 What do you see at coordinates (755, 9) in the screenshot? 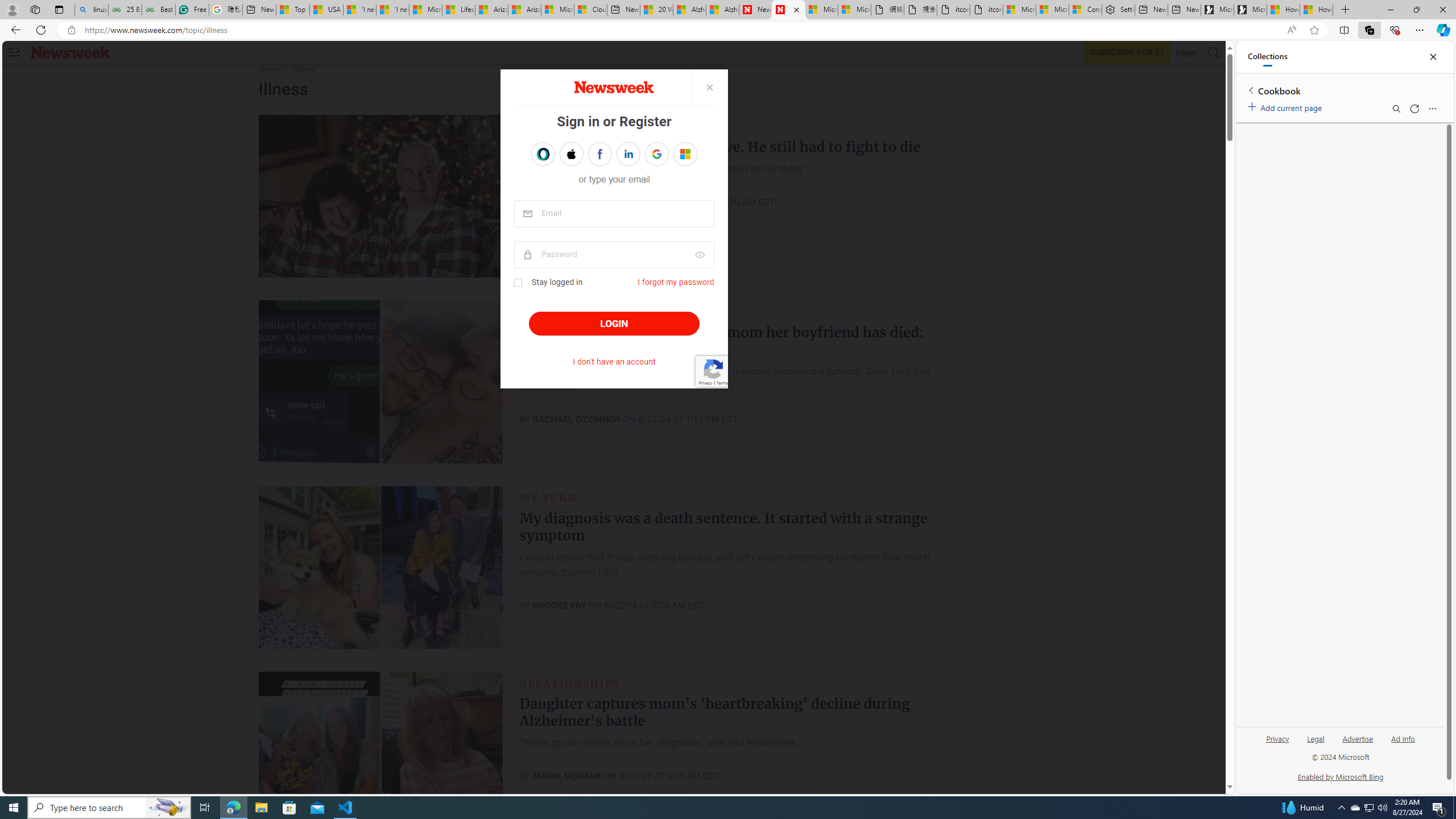
I see `'Newsweek - News, Analysis, Politics, Business, Technology'` at bounding box center [755, 9].